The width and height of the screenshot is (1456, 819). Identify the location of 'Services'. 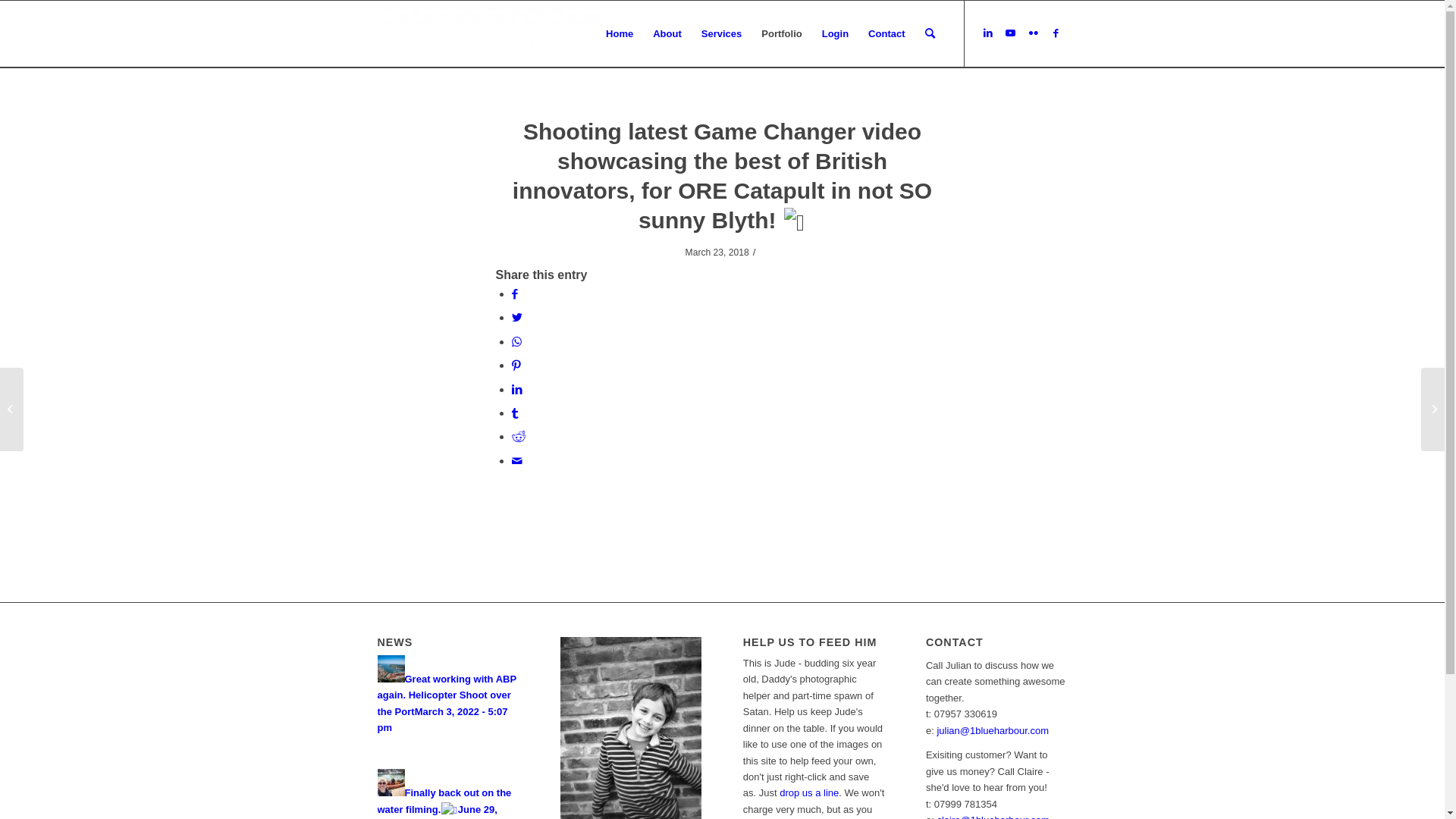
(720, 34).